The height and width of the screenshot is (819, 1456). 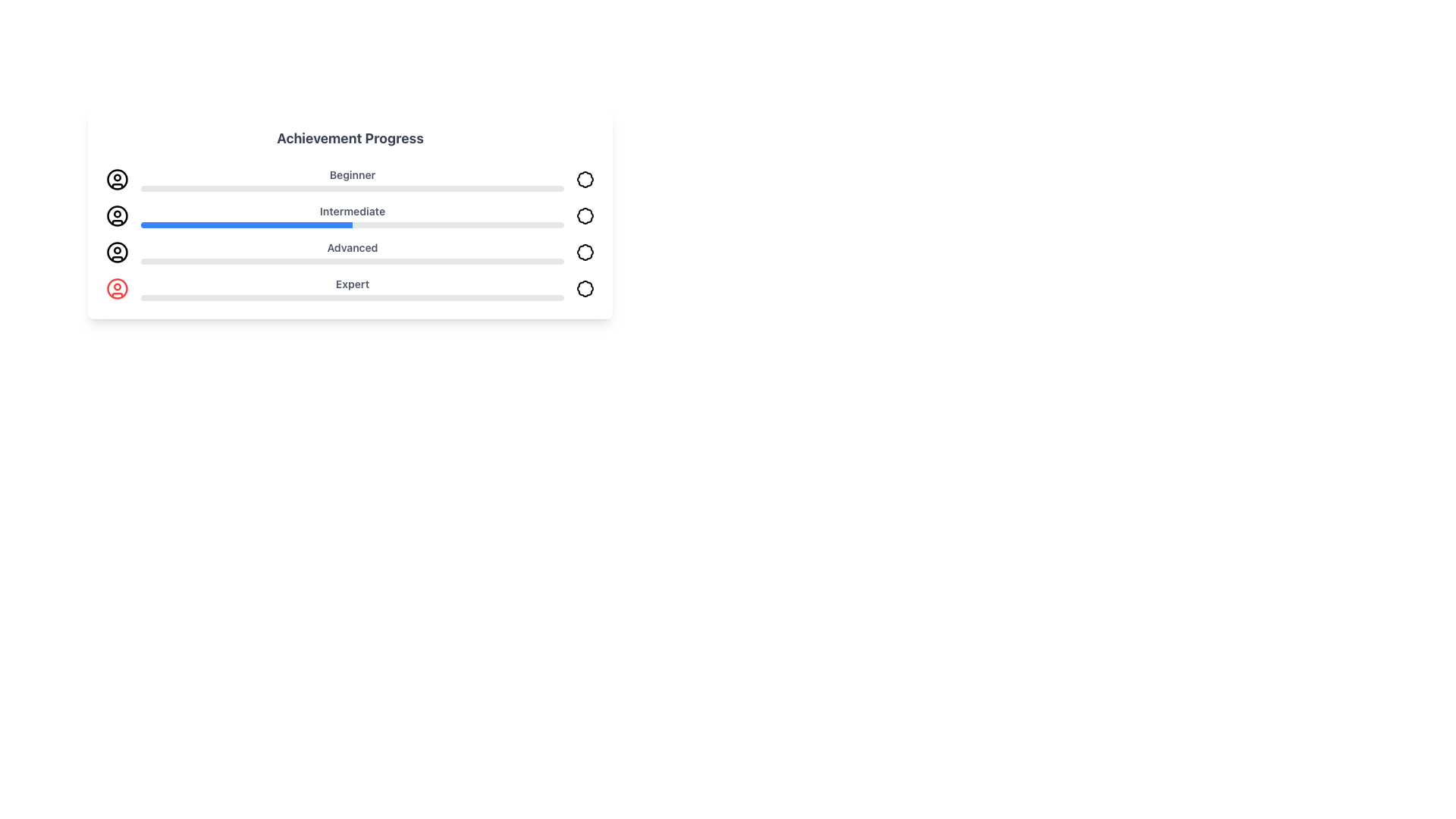 I want to click on the horizontal progress bar in the 'Advanced' section of the achievement progress display, which has a bright yellow fill and represents 70% completion, so click(x=289, y=260).